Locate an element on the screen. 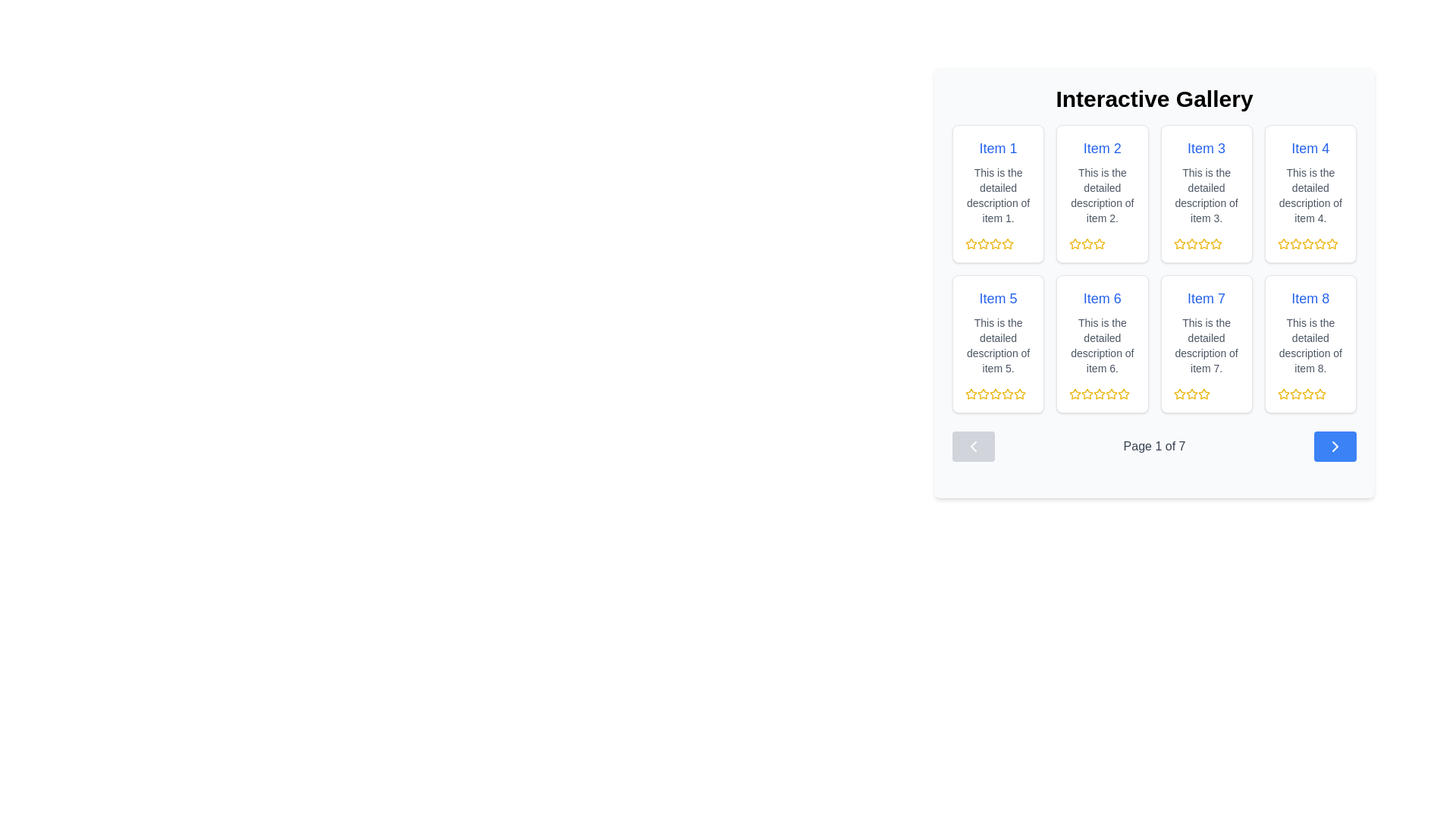 Image resolution: width=1456 pixels, height=819 pixels. the first star icon in the 5-star rating row below the card labeled 'Item 1' in the gallery, which is a yellow star-shaped SVG with a hollow center is located at coordinates (1008, 243).